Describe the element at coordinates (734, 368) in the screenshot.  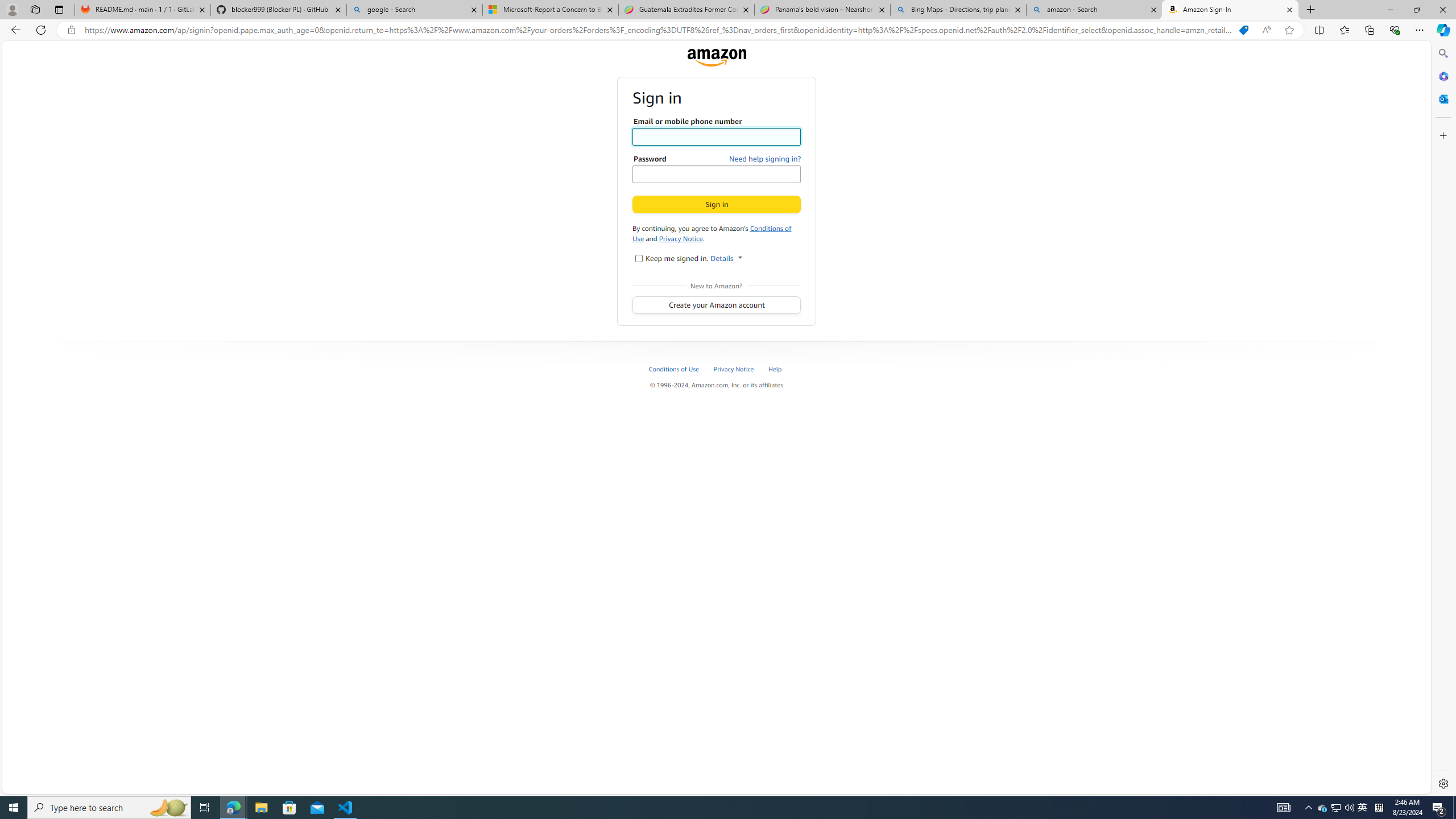
I see `'Privacy Notice '` at that location.